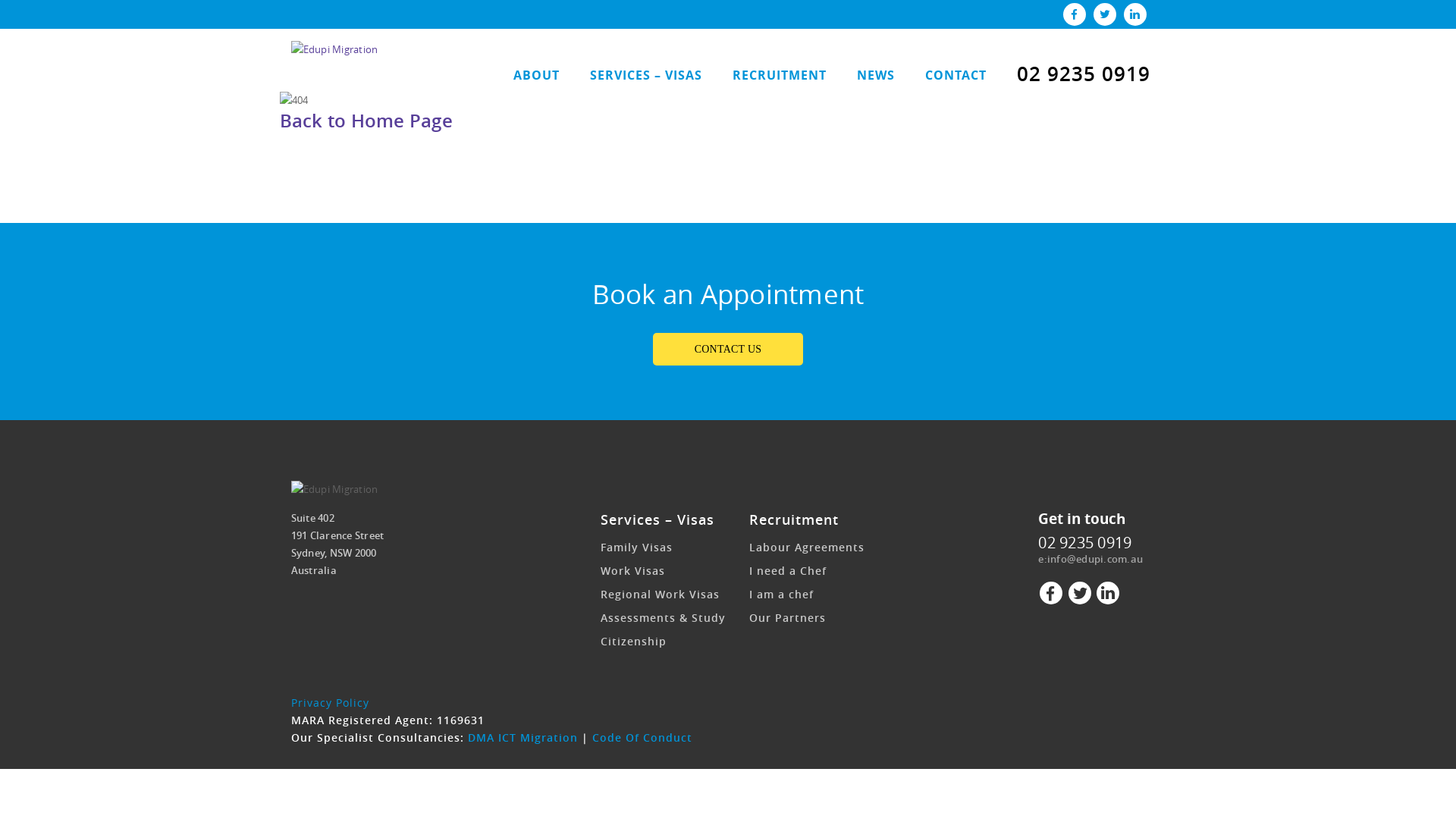  What do you see at coordinates (365, 119) in the screenshot?
I see `'Back to Home Page'` at bounding box center [365, 119].